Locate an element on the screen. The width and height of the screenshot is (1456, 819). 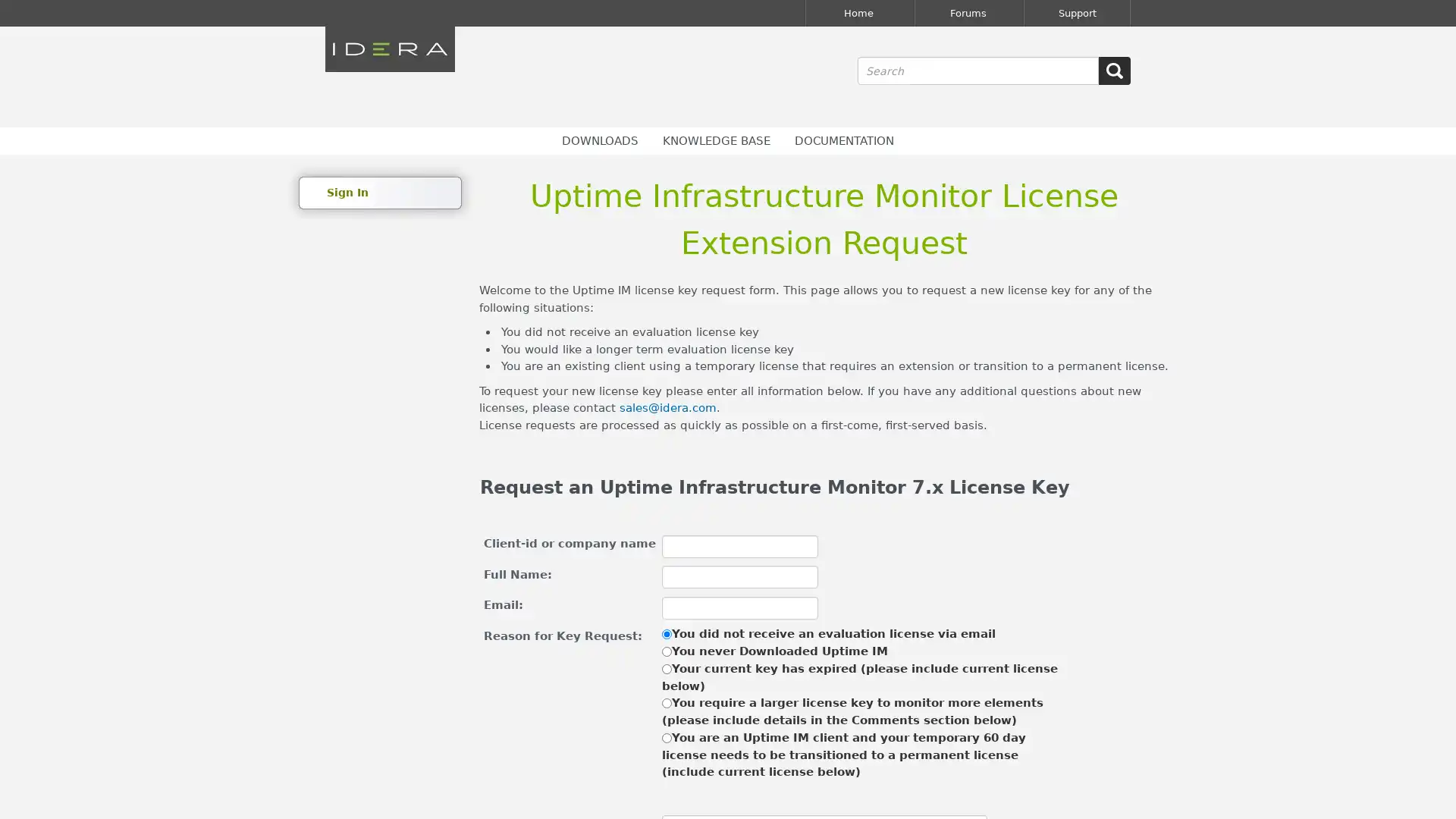
SEARCH is located at coordinates (1114, 71).